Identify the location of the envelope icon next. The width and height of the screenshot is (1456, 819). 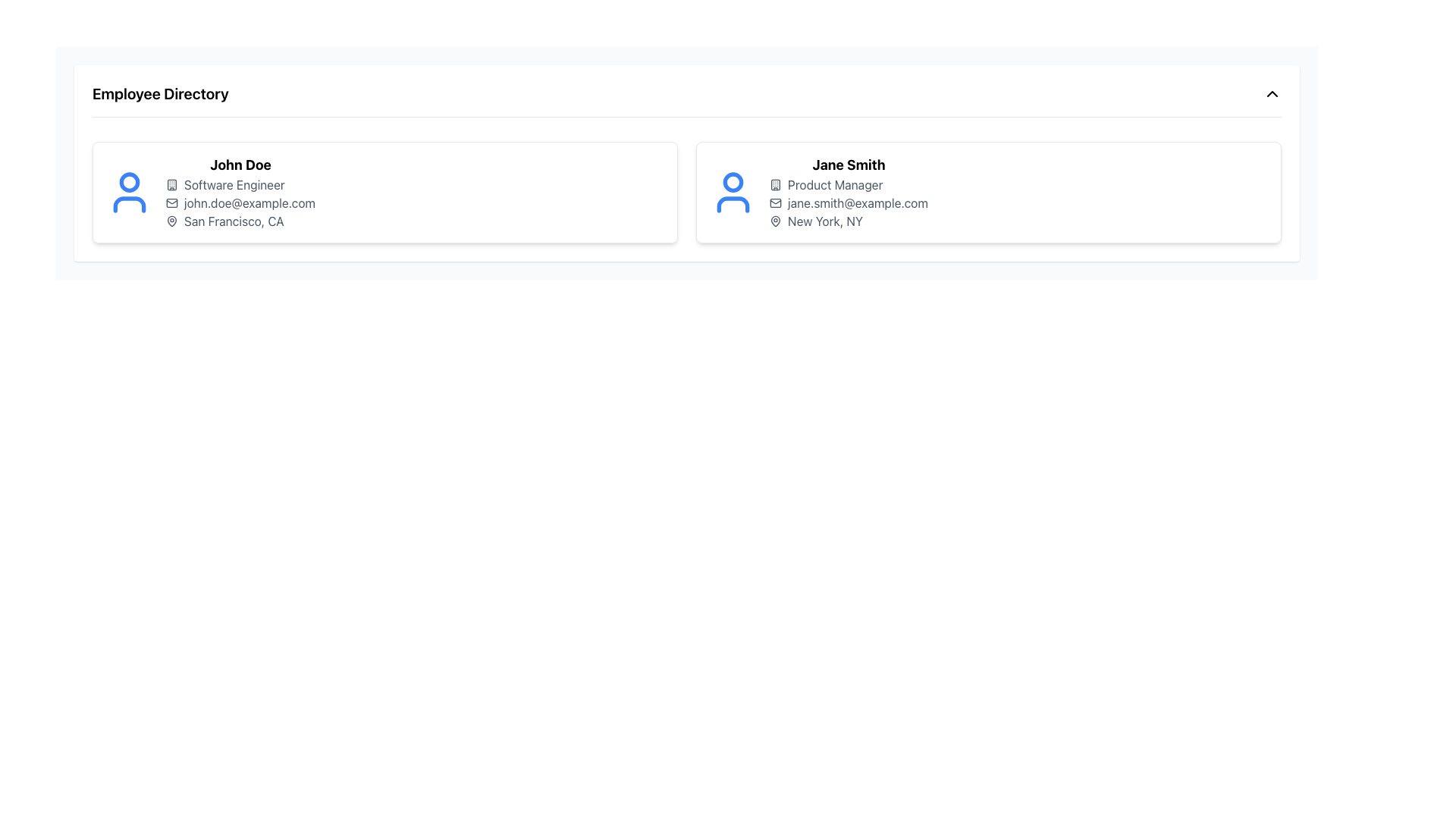
(775, 202).